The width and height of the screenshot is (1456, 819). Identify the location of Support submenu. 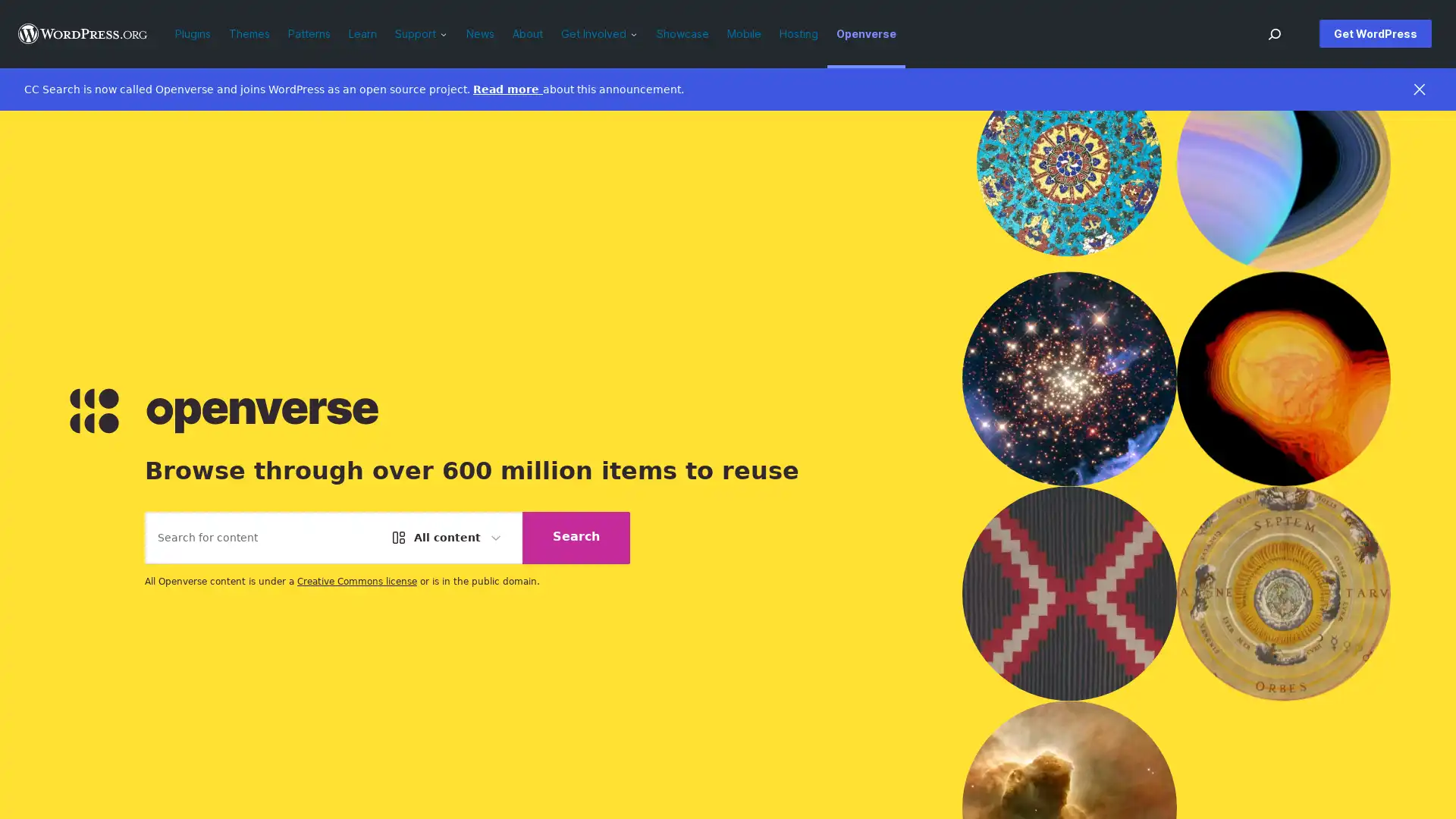
(447, 33).